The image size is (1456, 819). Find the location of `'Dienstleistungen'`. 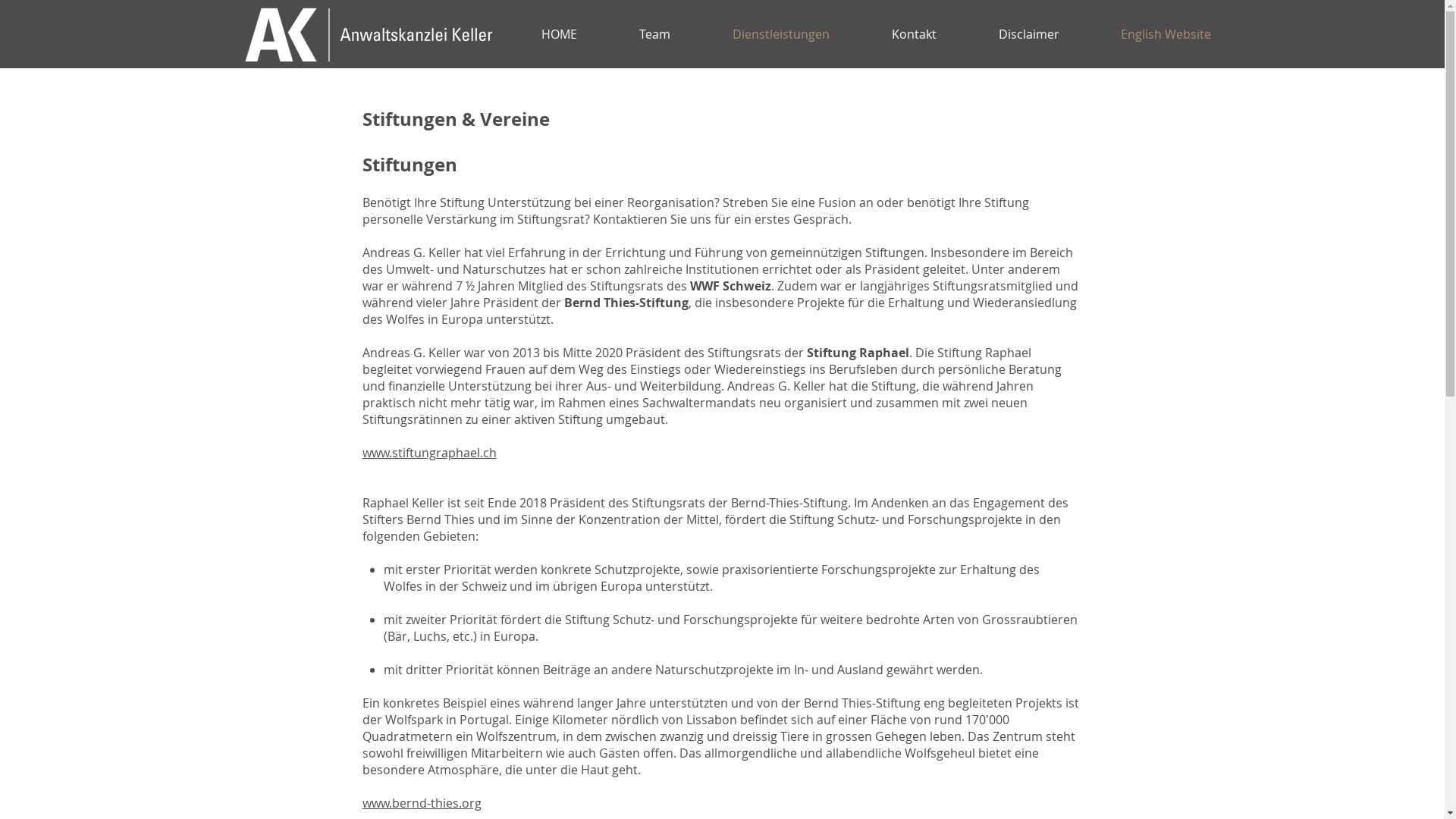

'Dienstleistungen' is located at coordinates (780, 34).